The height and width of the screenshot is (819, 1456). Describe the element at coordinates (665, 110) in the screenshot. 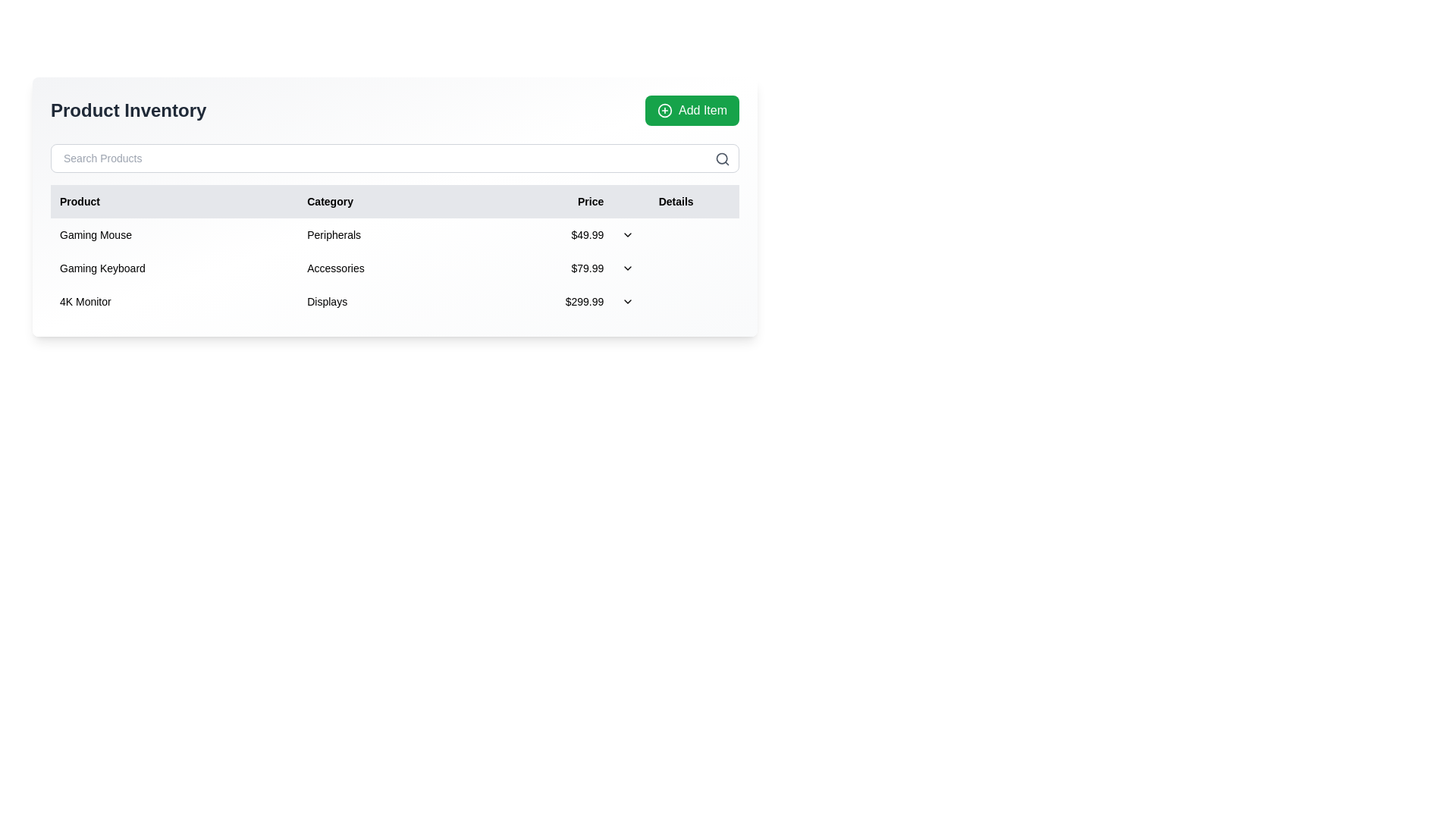

I see `the decorative circular shape located within the green 'Add Item' button in the top-right corner of the application interface` at that location.